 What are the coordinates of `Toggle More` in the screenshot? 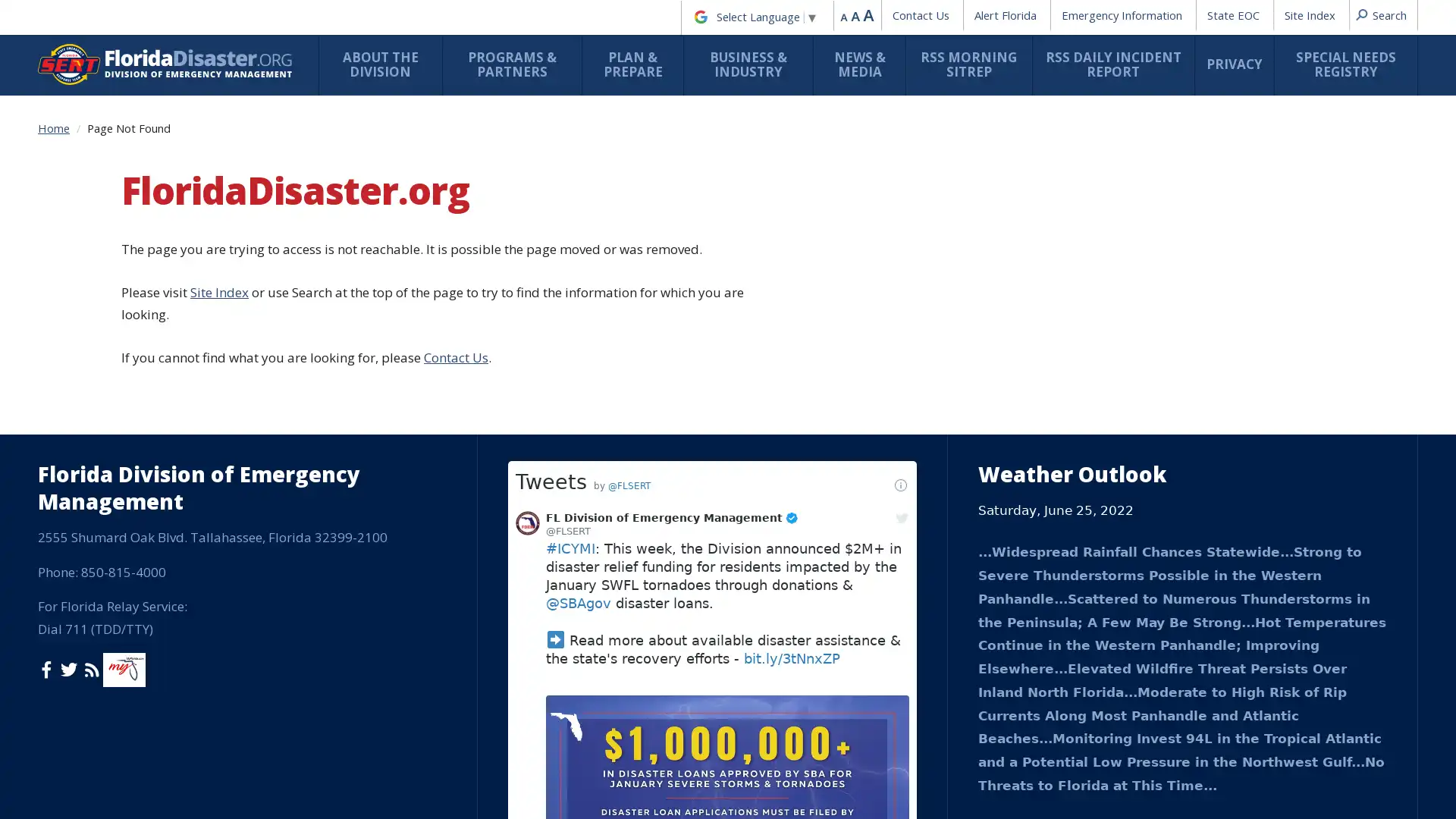 It's located at (607, 289).